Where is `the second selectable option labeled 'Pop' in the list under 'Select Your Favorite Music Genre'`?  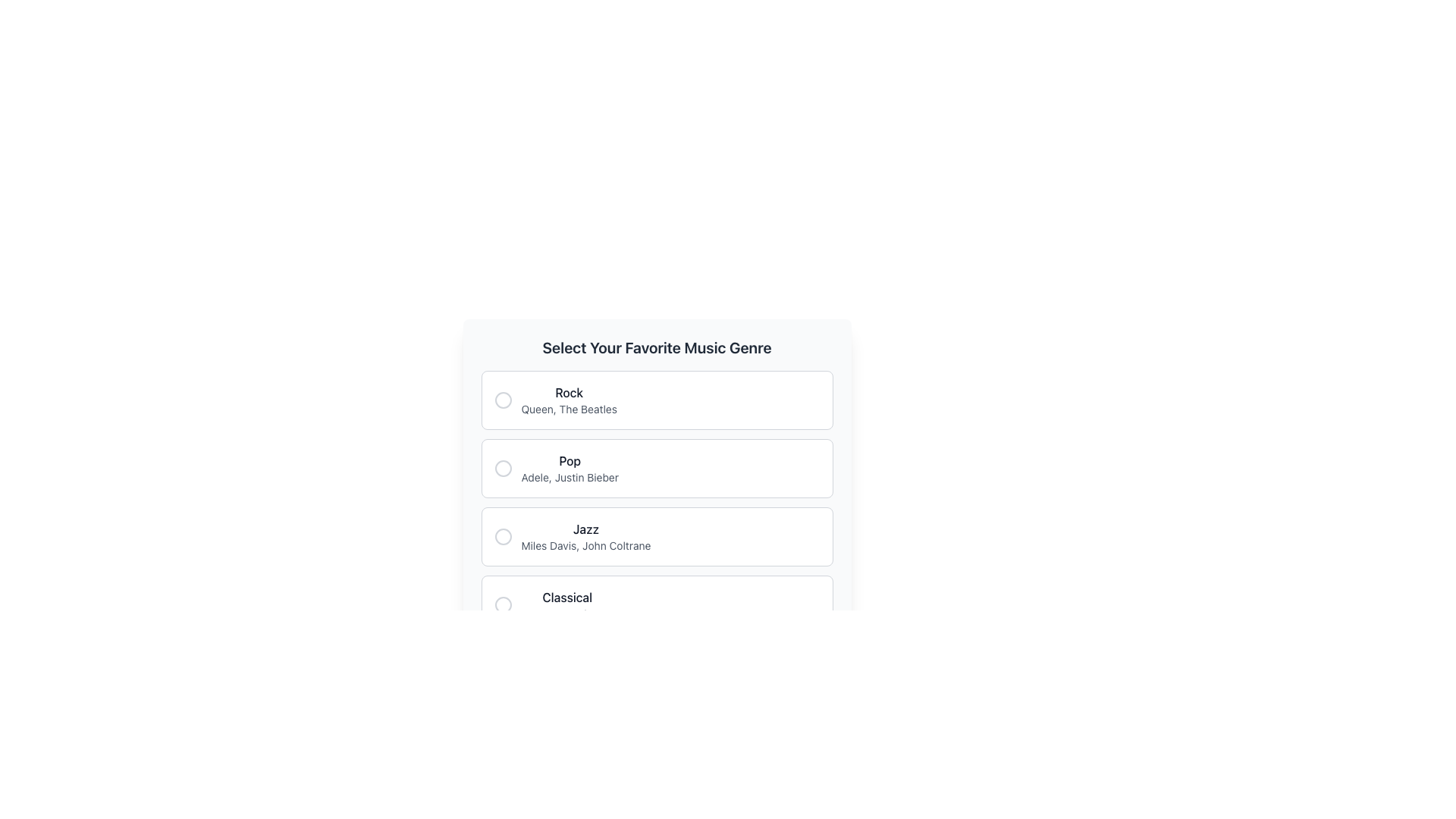
the second selectable option labeled 'Pop' in the list under 'Select Your Favorite Music Genre' is located at coordinates (657, 485).